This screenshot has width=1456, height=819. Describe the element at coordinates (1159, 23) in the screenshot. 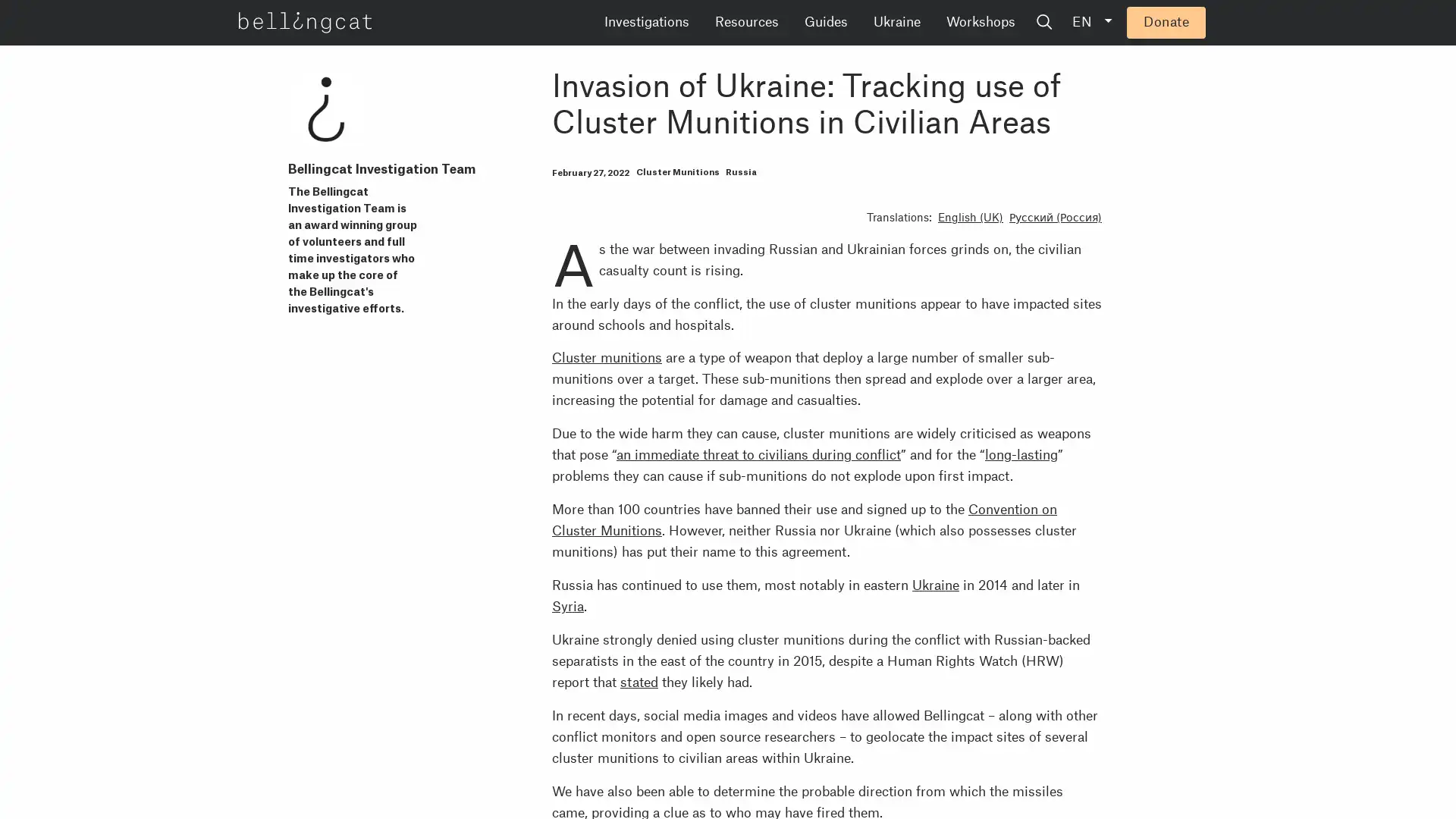

I see `Search` at that location.